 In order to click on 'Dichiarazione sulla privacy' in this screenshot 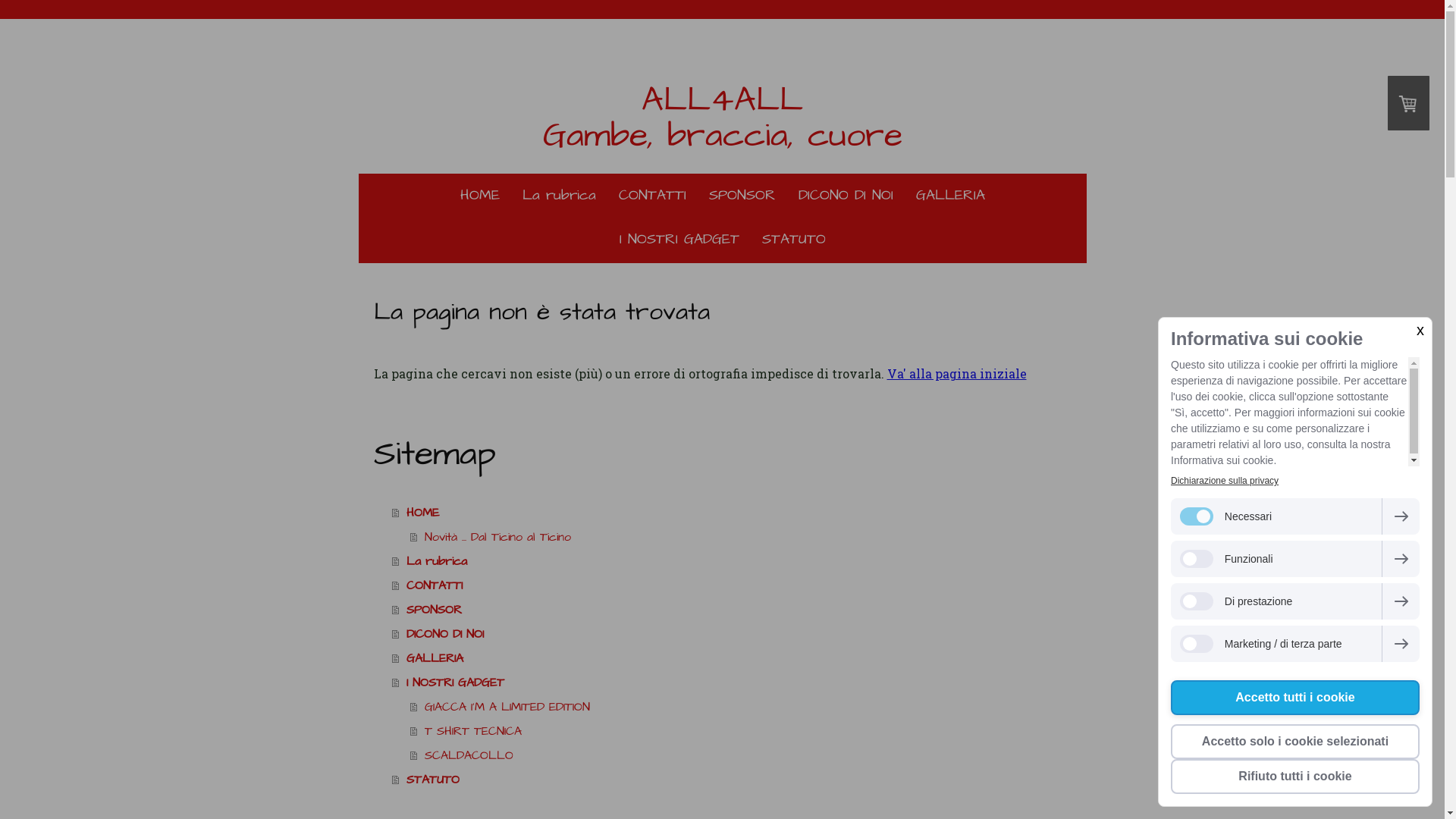, I will do `click(1224, 480)`.